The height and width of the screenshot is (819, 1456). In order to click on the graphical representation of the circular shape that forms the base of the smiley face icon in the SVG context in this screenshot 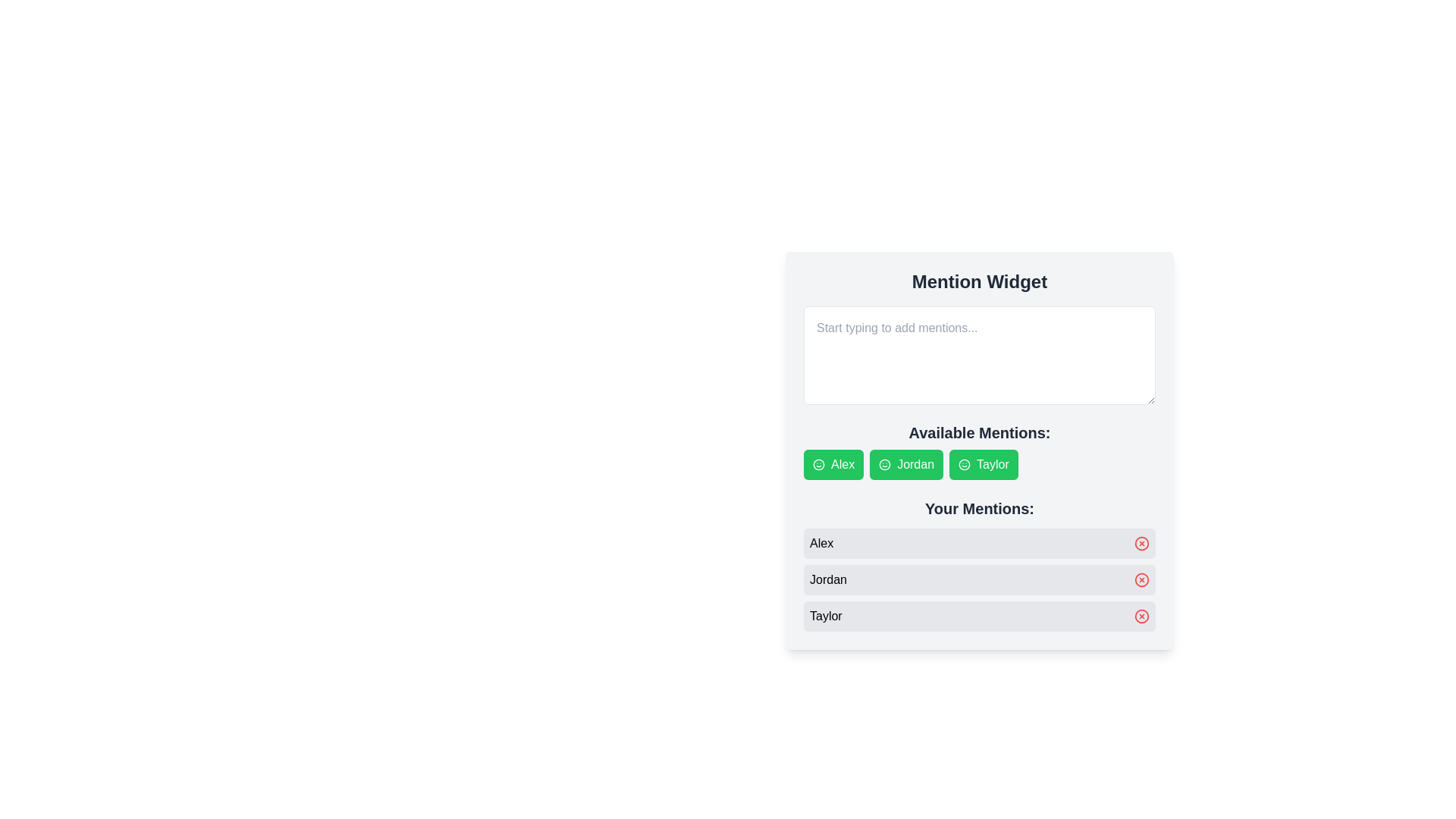, I will do `click(964, 464)`.